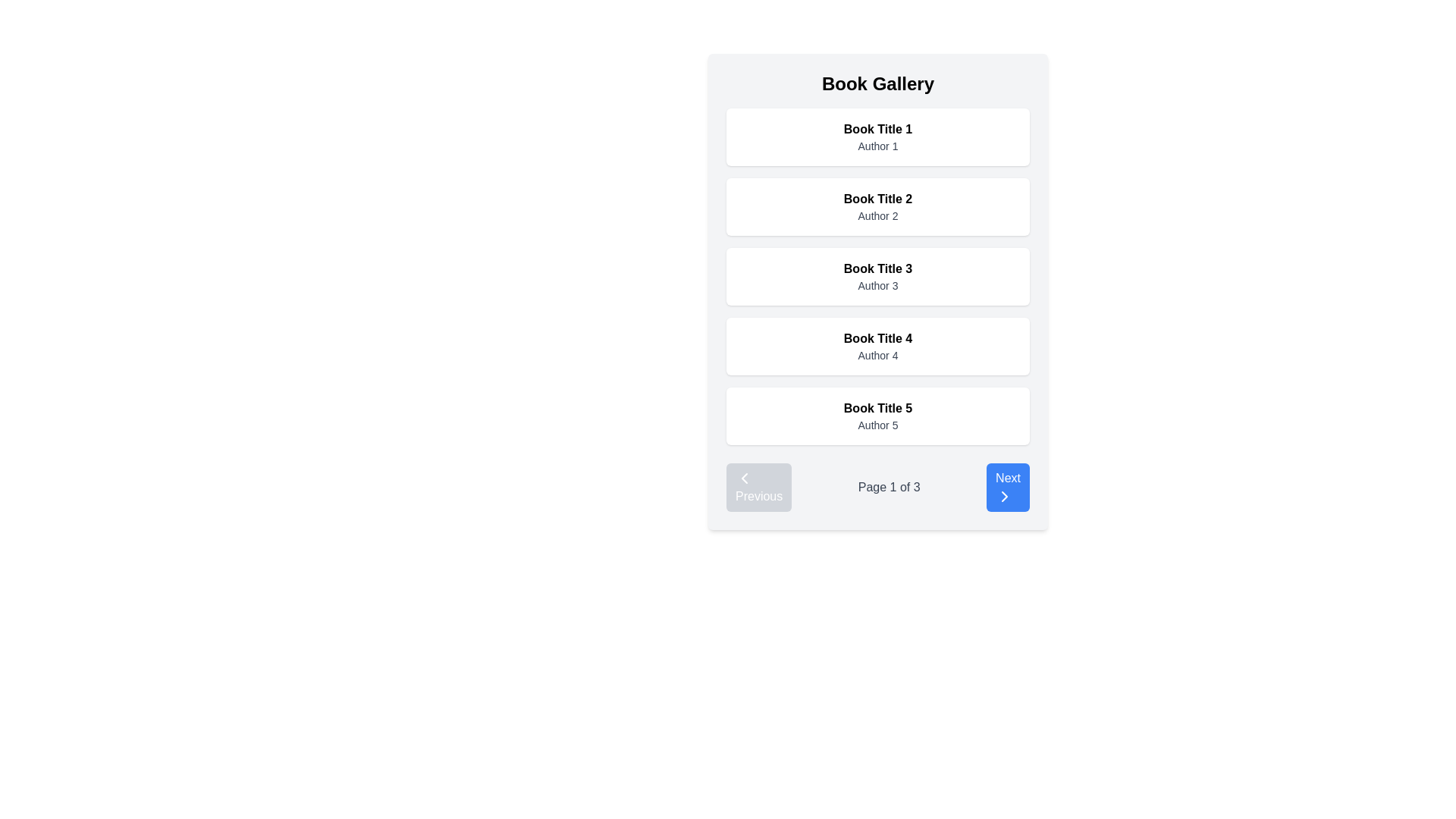 The height and width of the screenshot is (819, 1456). What do you see at coordinates (877, 207) in the screenshot?
I see `title 'Book Title 2' and author 'Author 2' from the second informational card in a vertically stacked list of five cards, which has a white background and rounded corners` at bounding box center [877, 207].